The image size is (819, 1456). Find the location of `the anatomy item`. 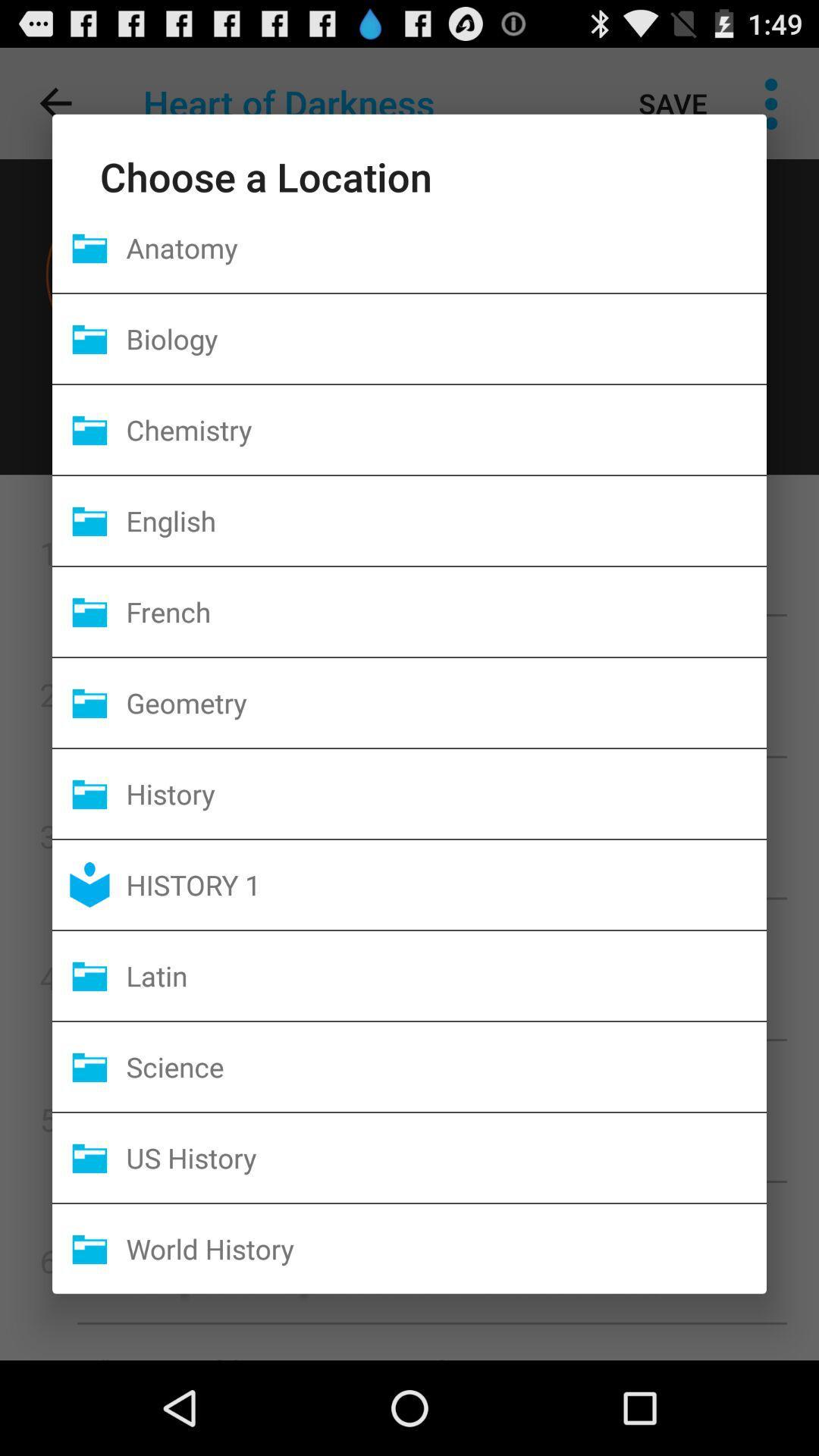

the anatomy item is located at coordinates (445, 247).